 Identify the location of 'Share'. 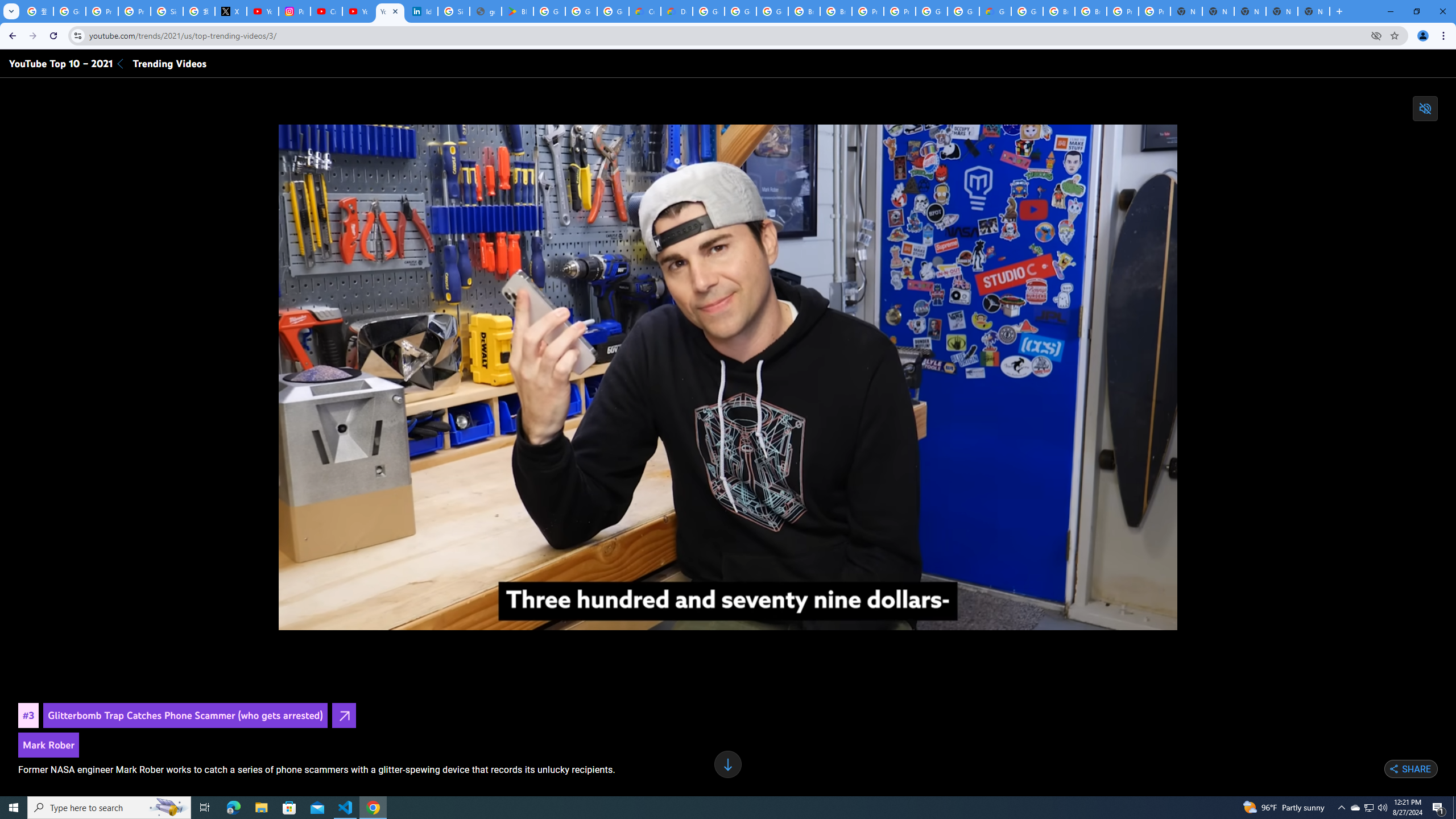
(1410, 768).